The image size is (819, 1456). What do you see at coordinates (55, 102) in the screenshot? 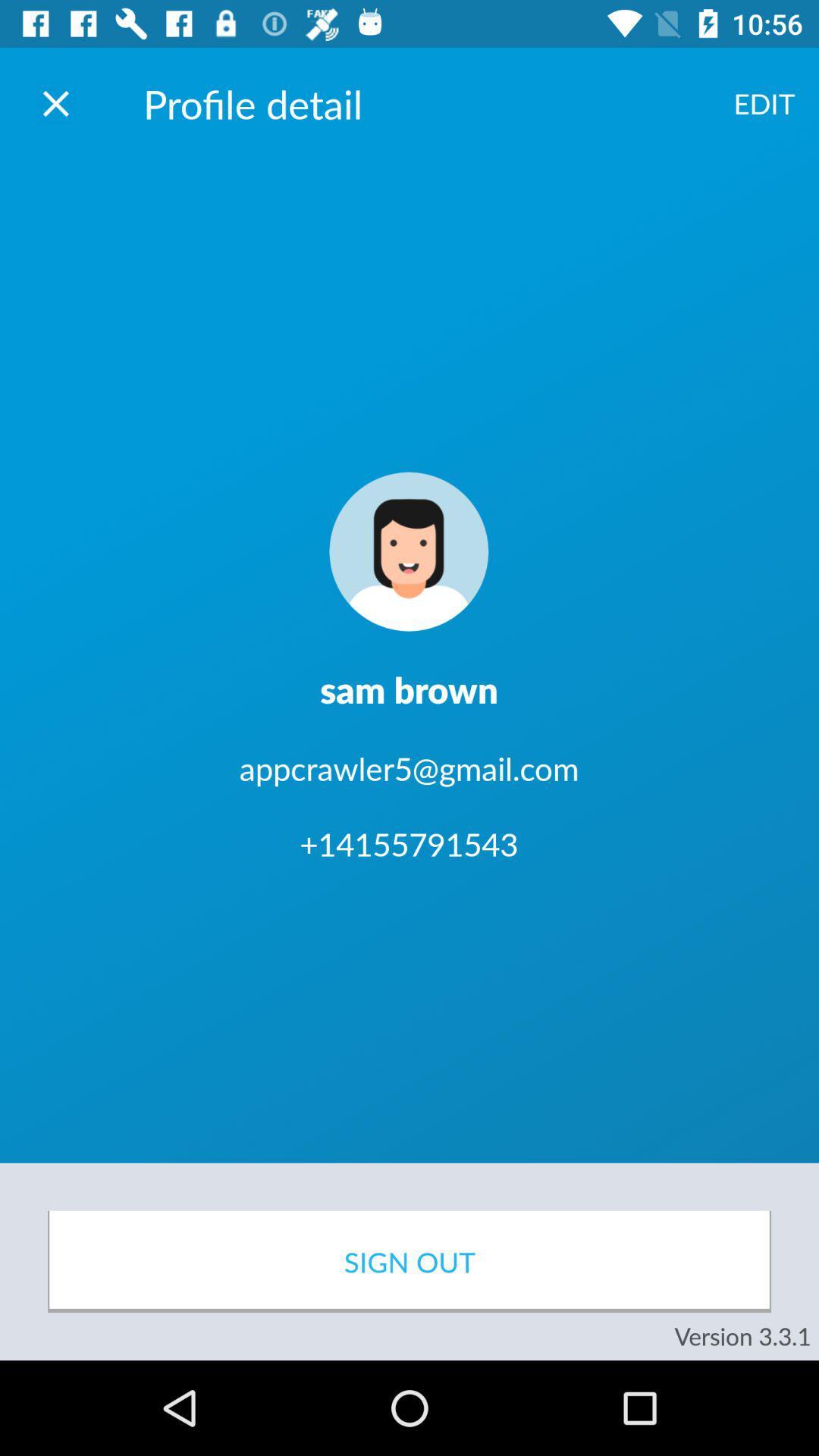
I see `exit menu` at bounding box center [55, 102].